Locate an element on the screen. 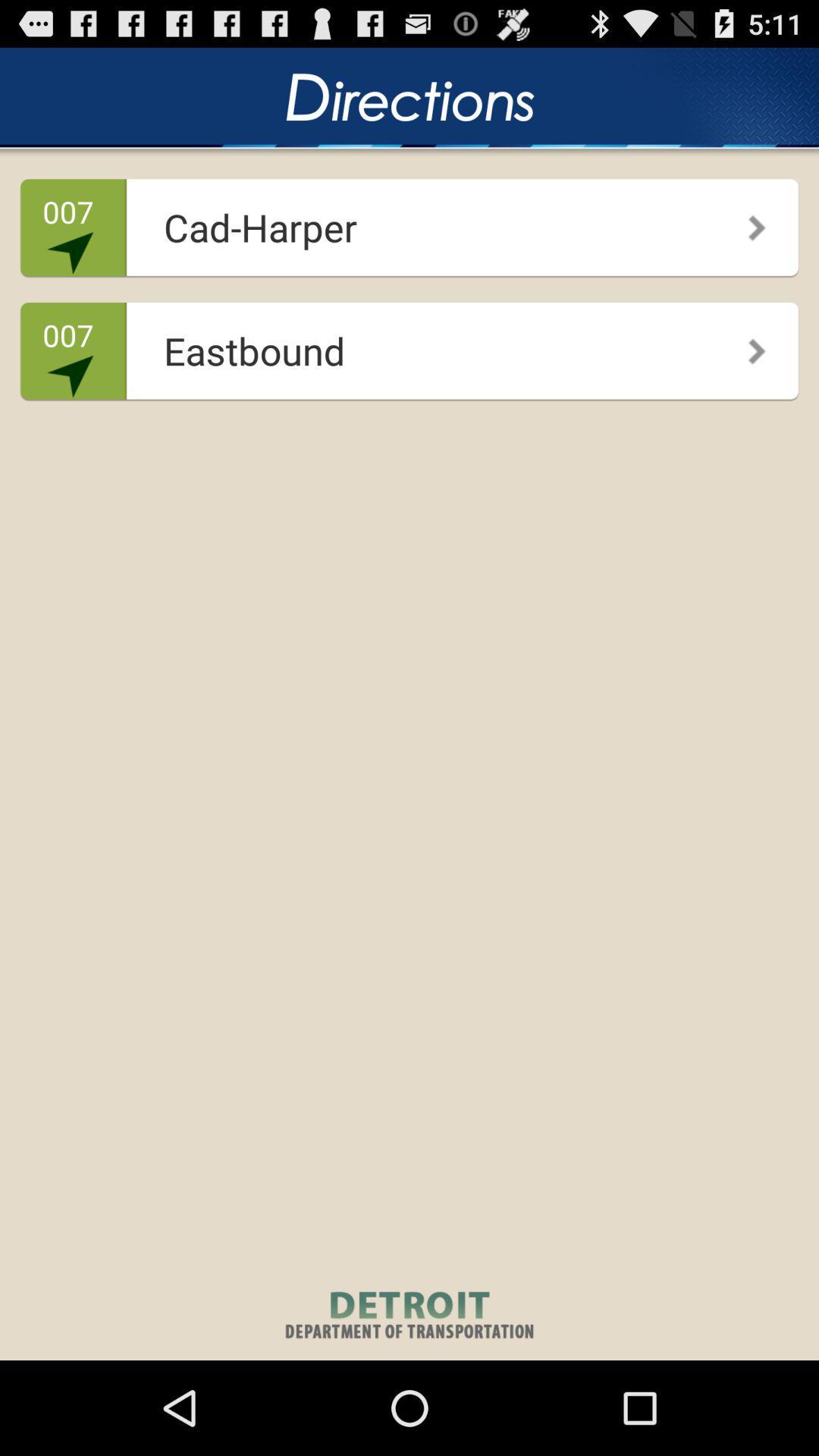 The image size is (819, 1456). item below cad-harper app is located at coordinates (745, 345).